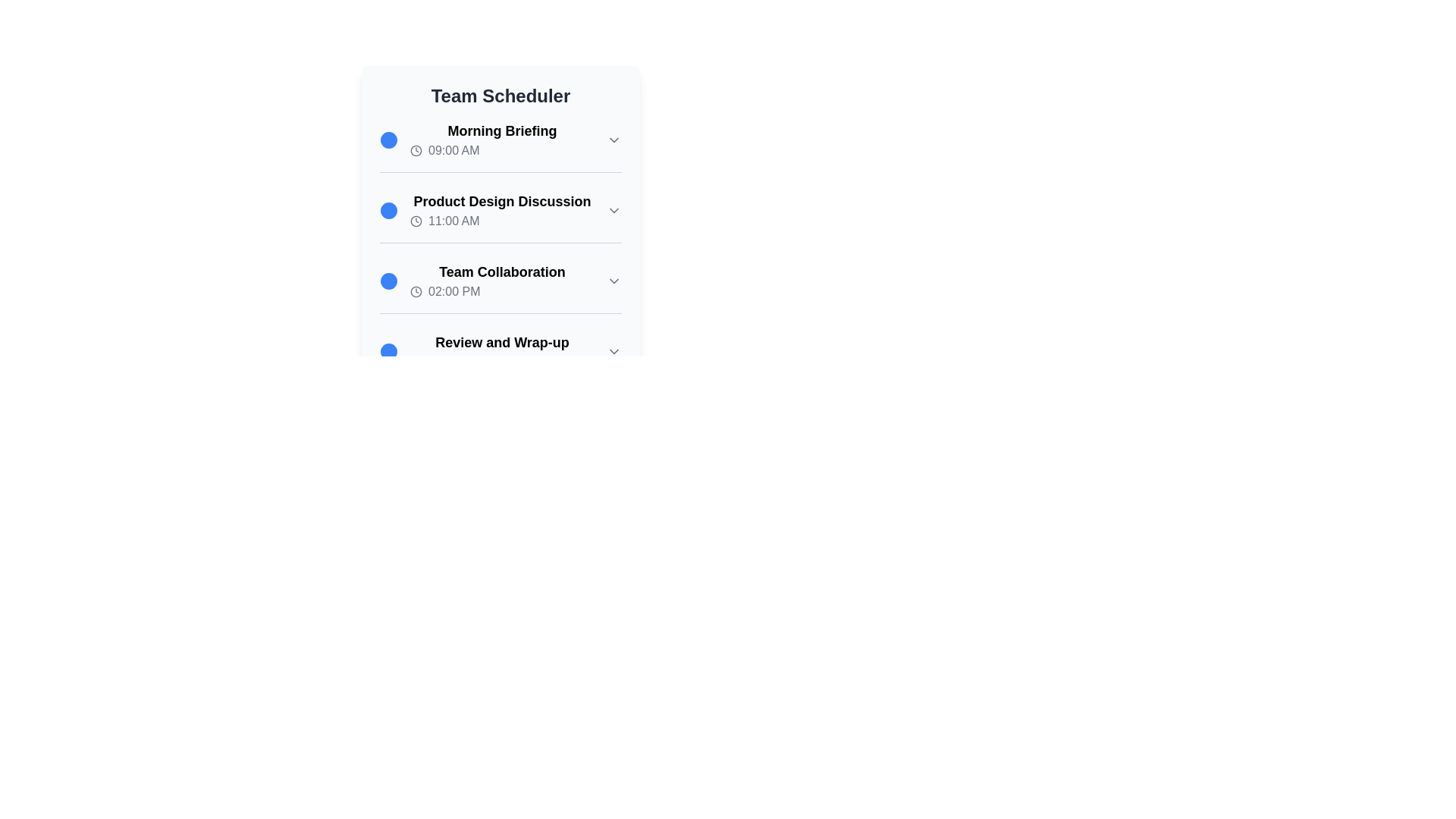 Image resolution: width=1456 pixels, height=819 pixels. What do you see at coordinates (614, 281) in the screenshot?
I see `the small downward-facing chevron icon located at the rightmost side of the 'Team Collaboration' entry in the scheduler interface` at bounding box center [614, 281].